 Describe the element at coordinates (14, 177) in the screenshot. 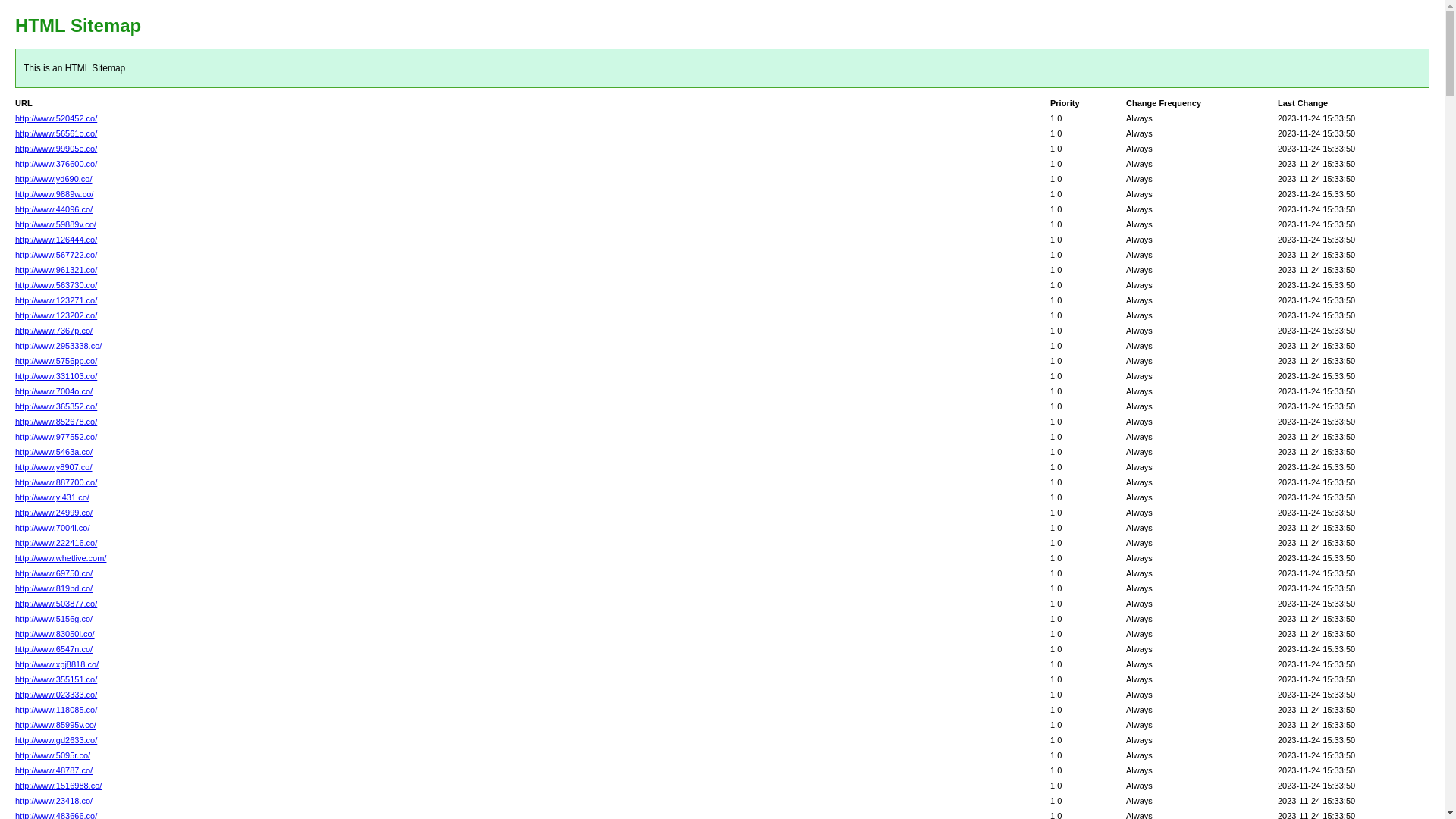

I see `'http://www.yd690.co/'` at that location.